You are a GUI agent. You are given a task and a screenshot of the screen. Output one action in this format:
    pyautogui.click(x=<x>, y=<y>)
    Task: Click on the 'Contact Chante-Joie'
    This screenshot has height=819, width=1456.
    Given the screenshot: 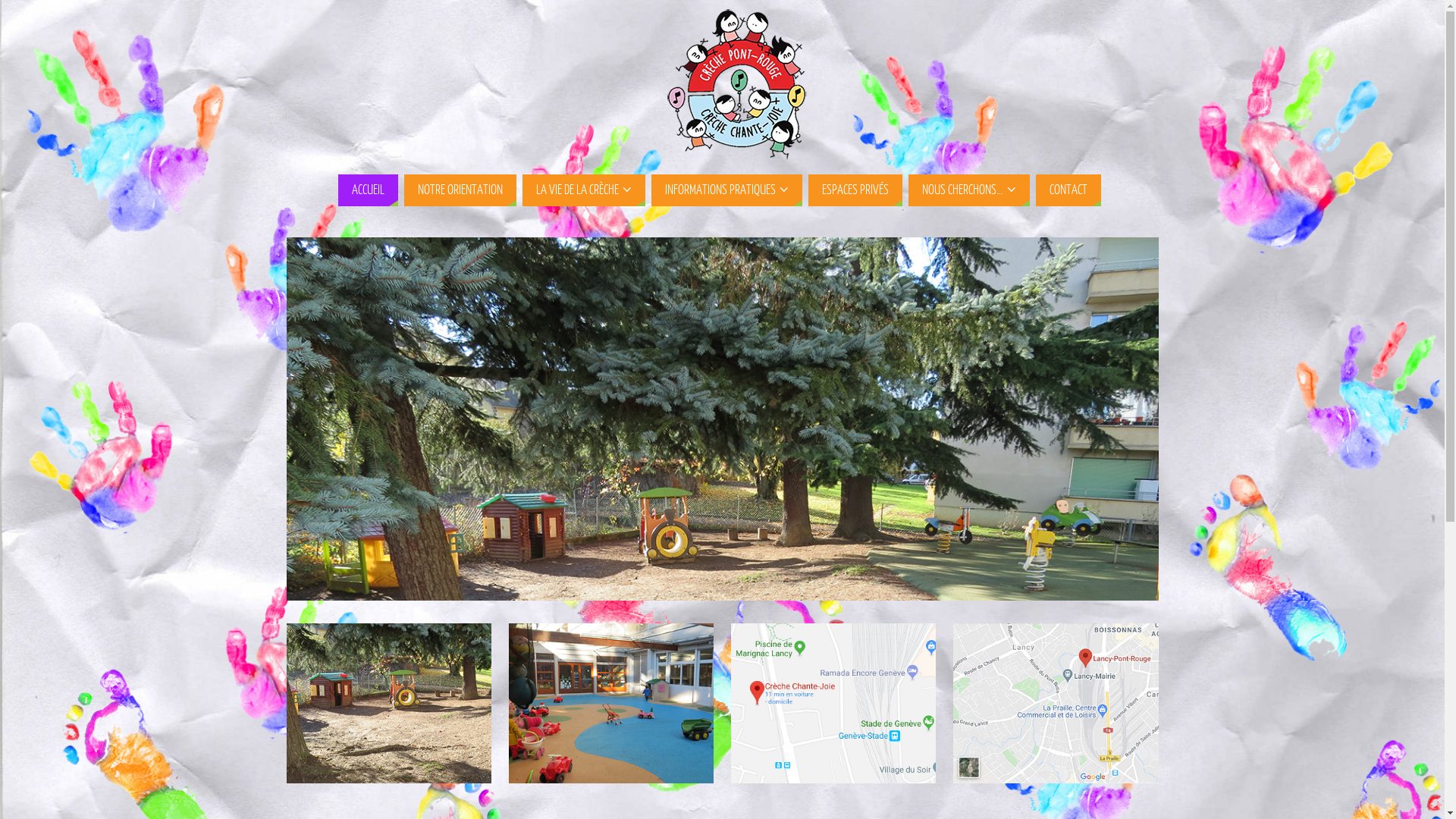 What is the action you would take?
    pyautogui.click(x=731, y=703)
    